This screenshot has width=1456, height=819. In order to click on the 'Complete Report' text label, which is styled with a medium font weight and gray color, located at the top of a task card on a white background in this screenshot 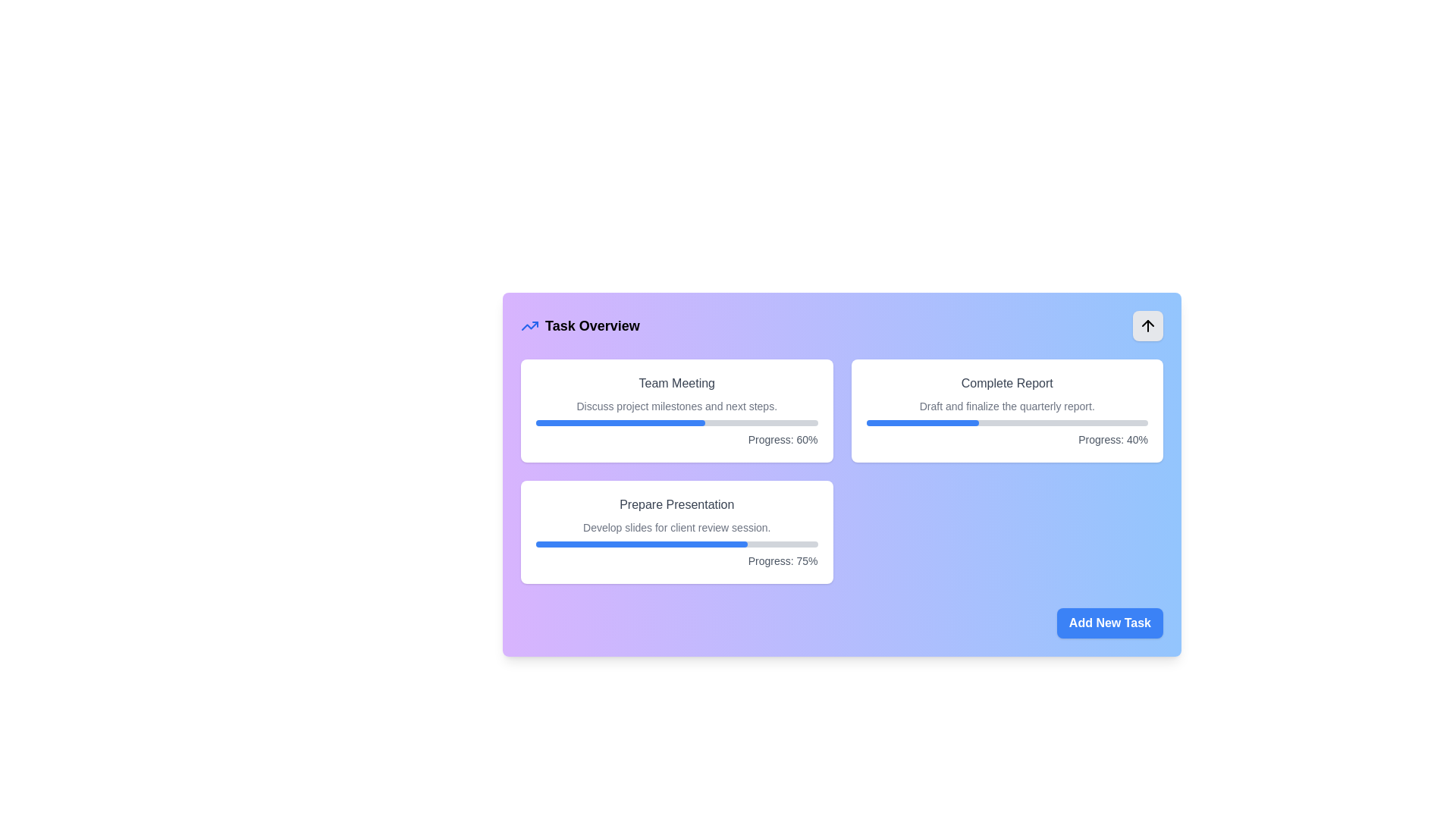, I will do `click(1007, 382)`.